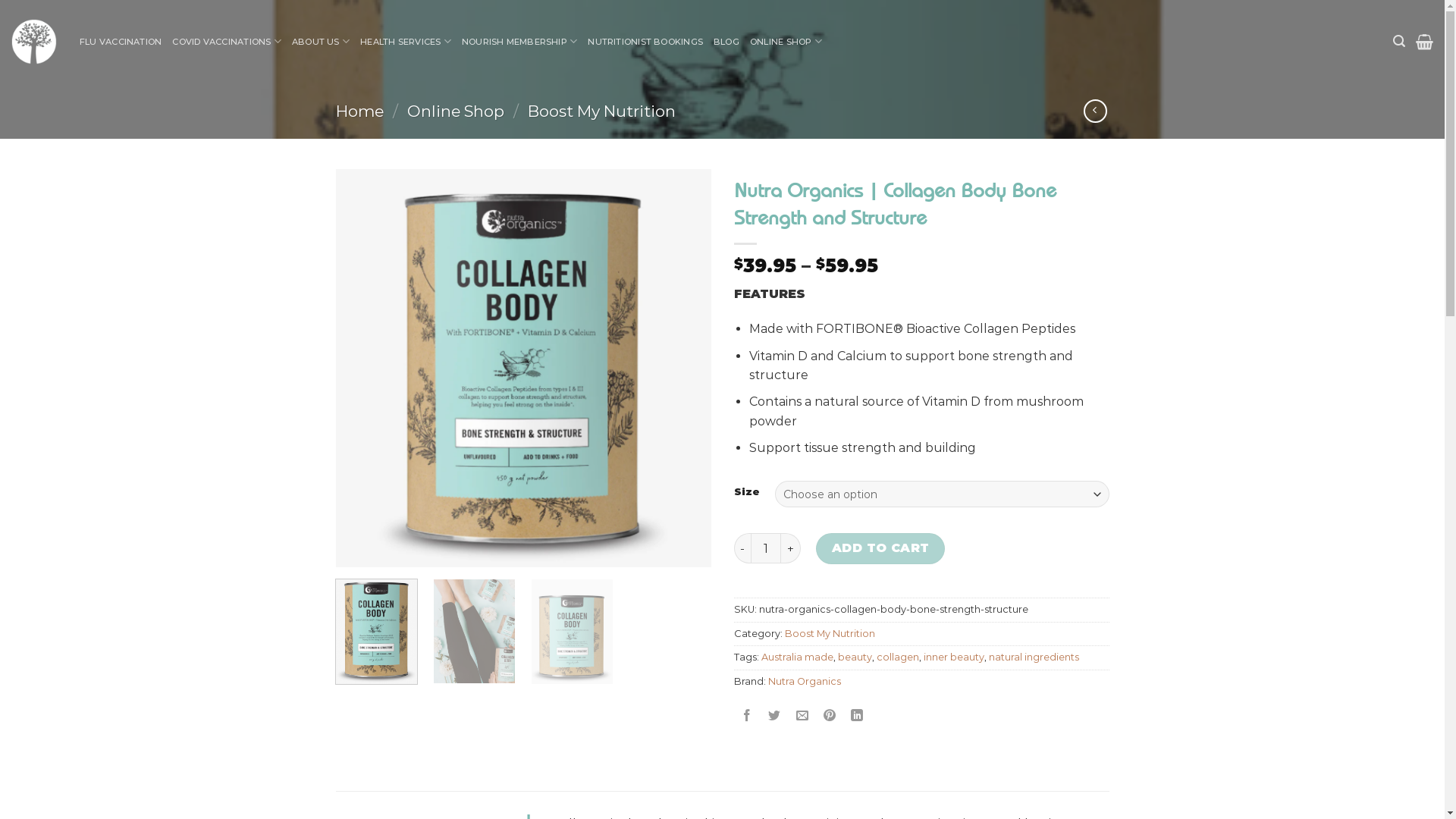  Describe the element at coordinates (898, 656) in the screenshot. I see `'collagen'` at that location.